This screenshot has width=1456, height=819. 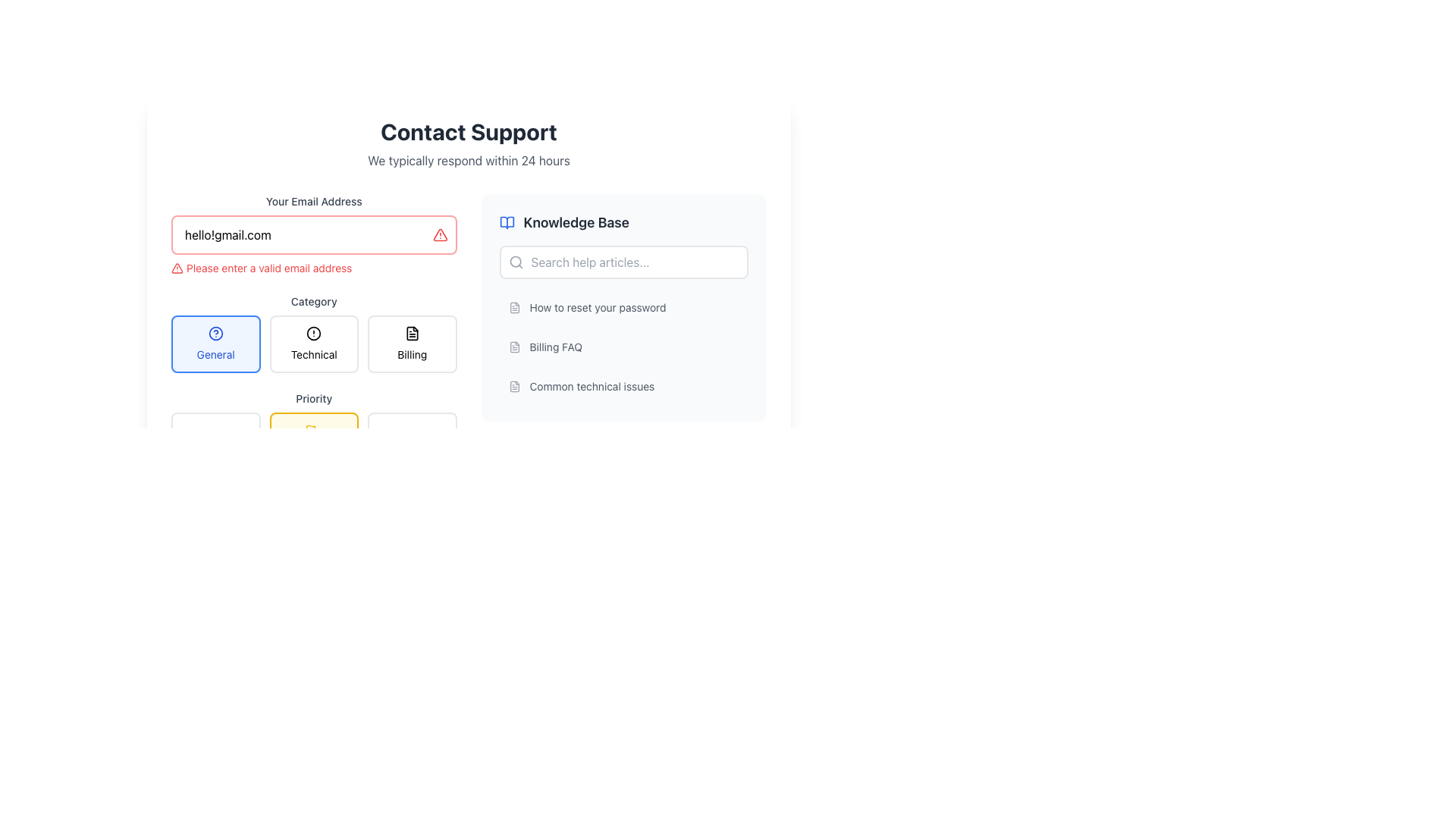 What do you see at coordinates (310, 428) in the screenshot?
I see `the decorative SVG icon representing a flag, which is part of a larger graphic and located to the right of a vertical stroke` at bounding box center [310, 428].